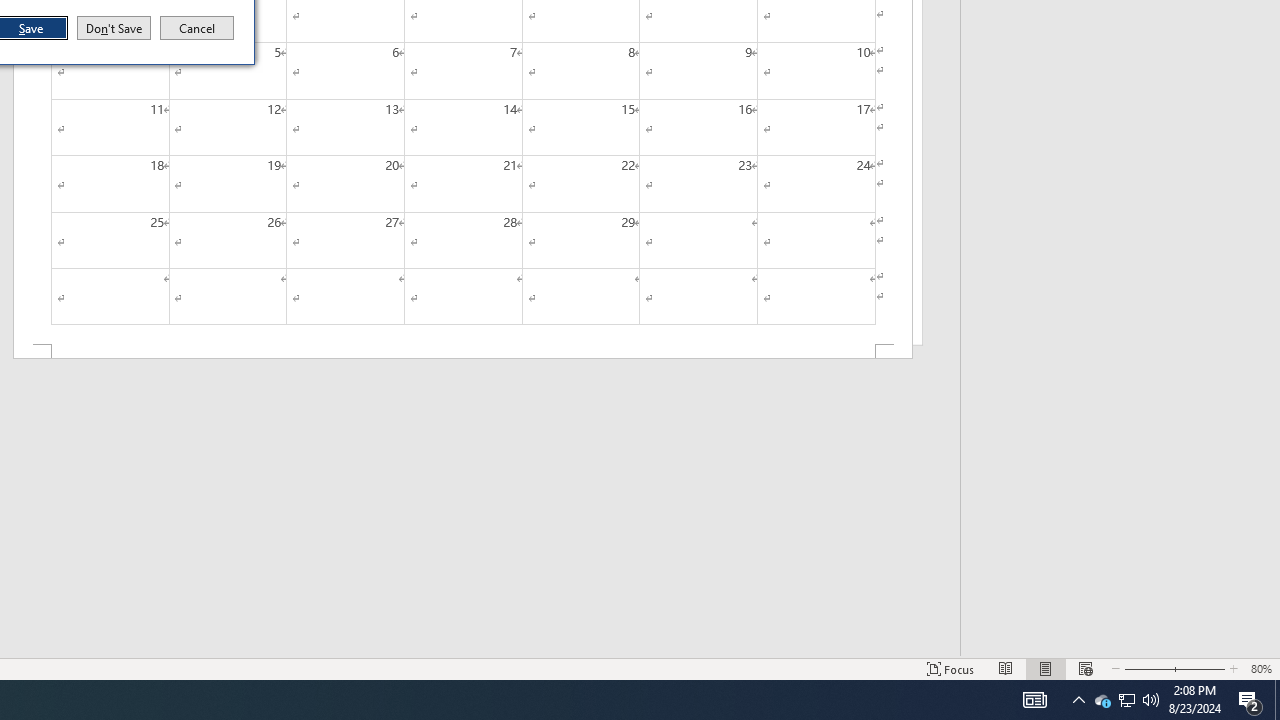 The image size is (1280, 720). What do you see at coordinates (1276, 698) in the screenshot?
I see `'Show desktop'` at bounding box center [1276, 698].